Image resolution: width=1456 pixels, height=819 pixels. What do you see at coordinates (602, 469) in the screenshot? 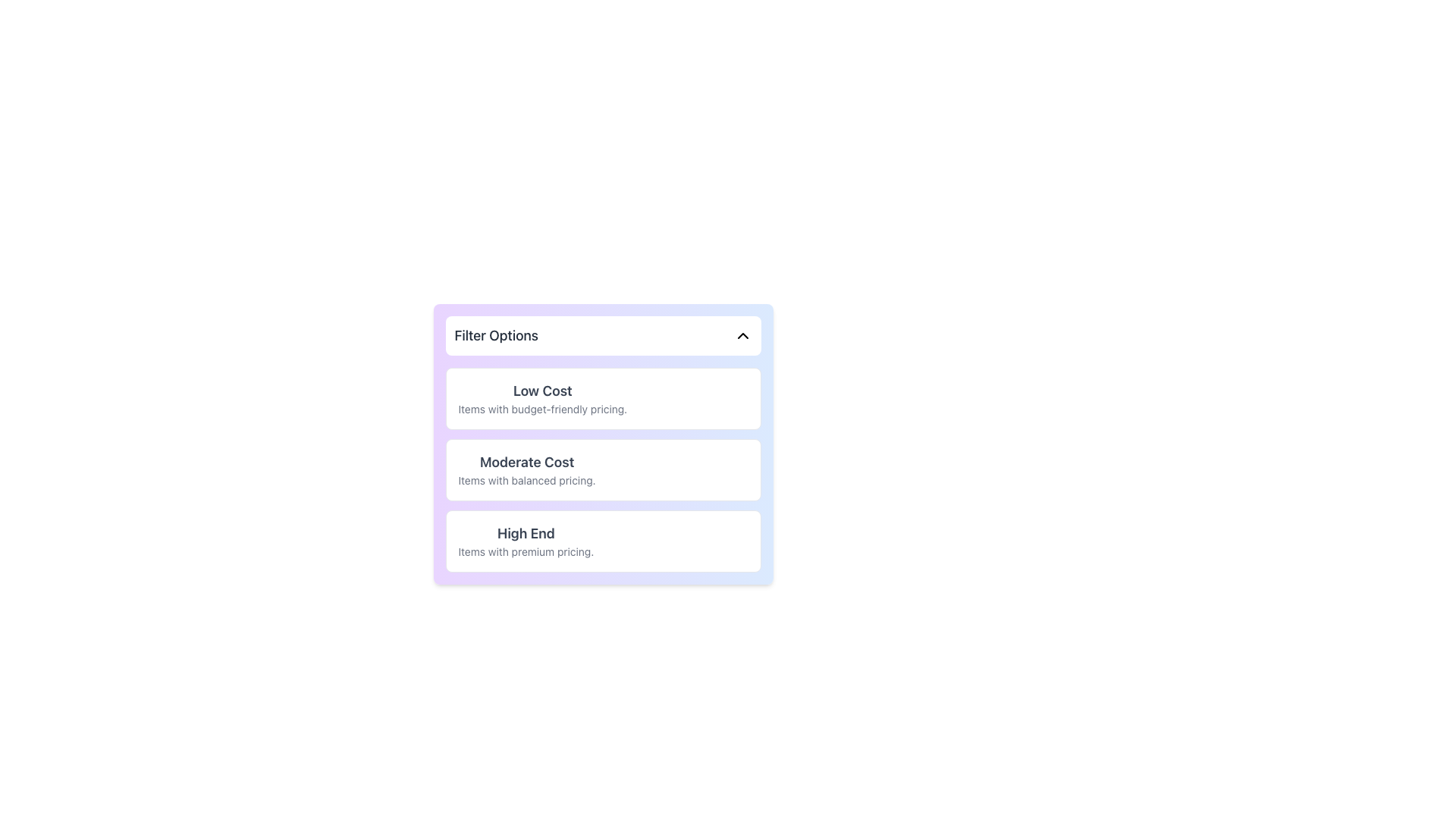
I see `the second card in the vertical list representing the 'Moderate Cost' filter` at bounding box center [602, 469].